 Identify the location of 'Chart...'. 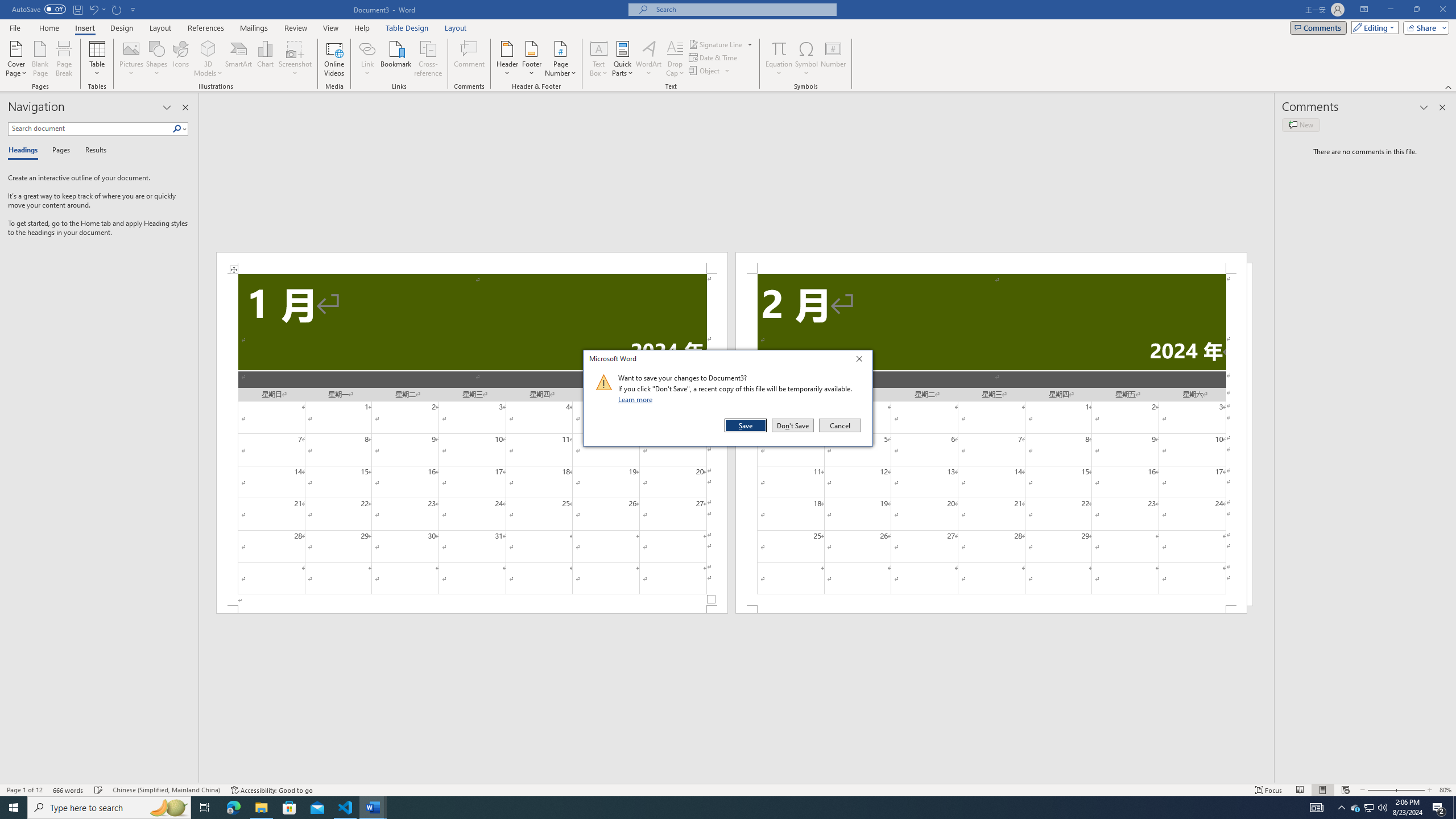
(265, 59).